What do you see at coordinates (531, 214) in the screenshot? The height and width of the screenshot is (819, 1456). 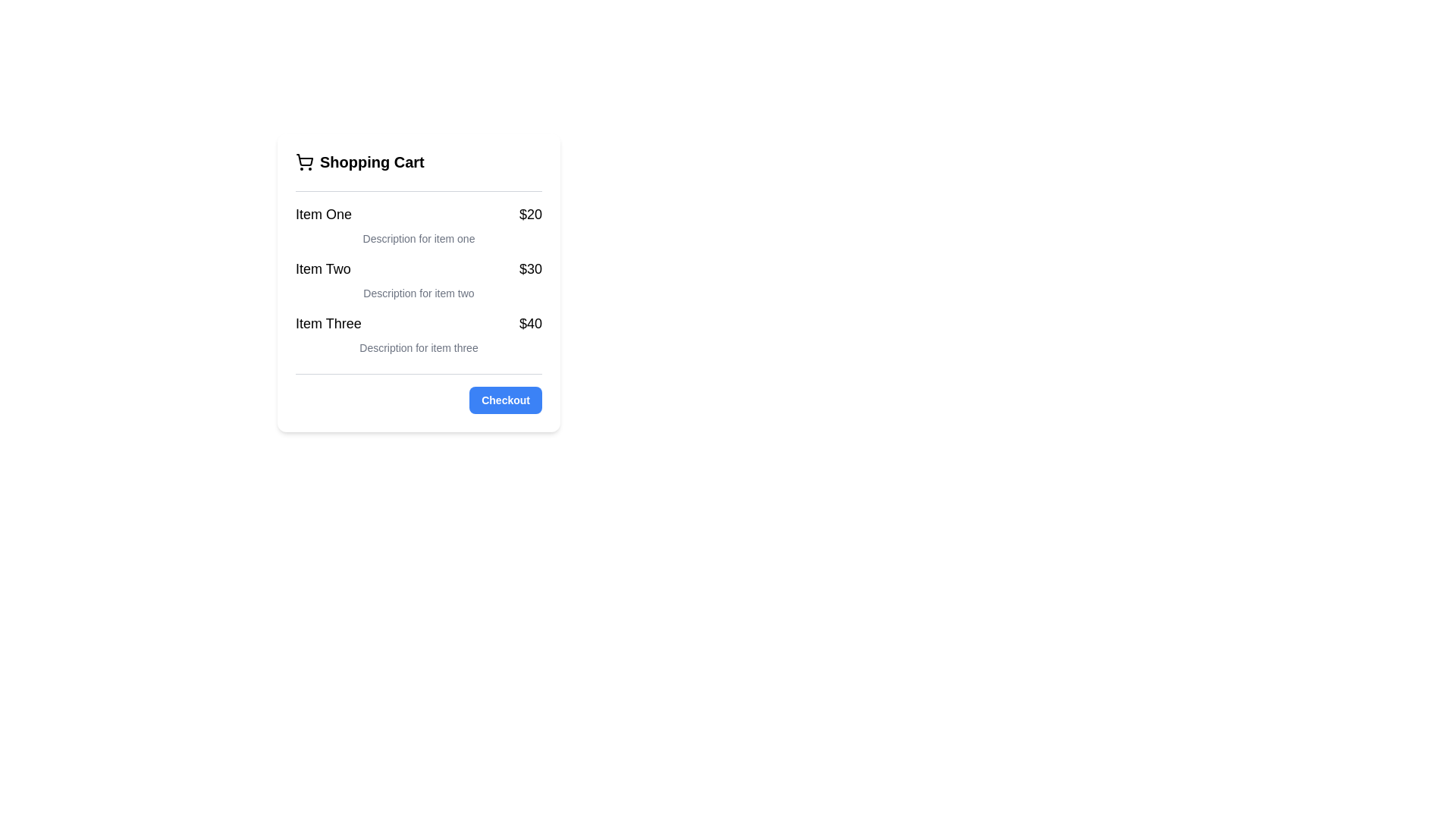 I see `the static text label that displays the price of 'Item One' in the shopping cart interface, located at the top-right corner of the item's row` at bounding box center [531, 214].